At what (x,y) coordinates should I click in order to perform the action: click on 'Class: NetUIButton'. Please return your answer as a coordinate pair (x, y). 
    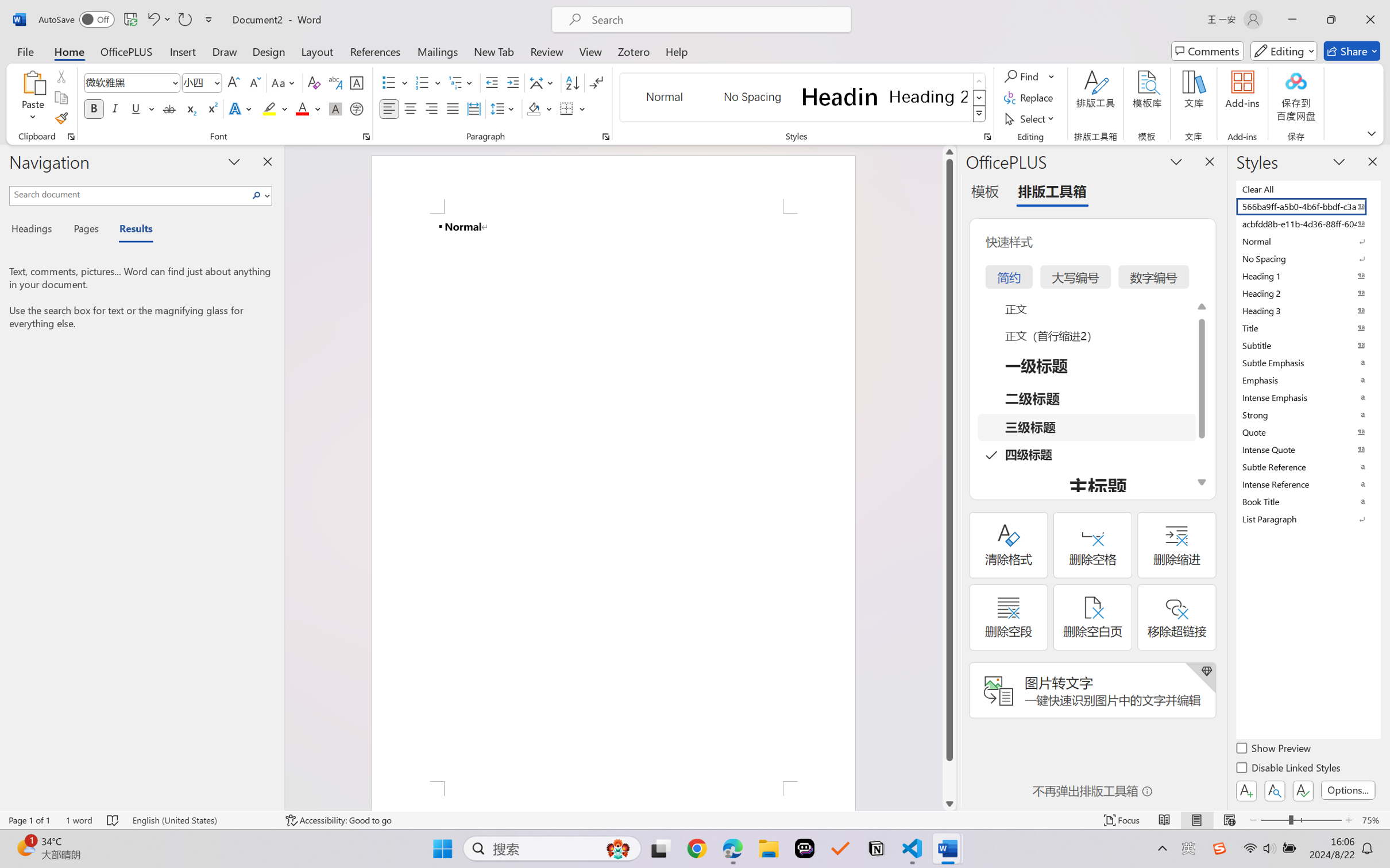
    Looking at the image, I should click on (1303, 790).